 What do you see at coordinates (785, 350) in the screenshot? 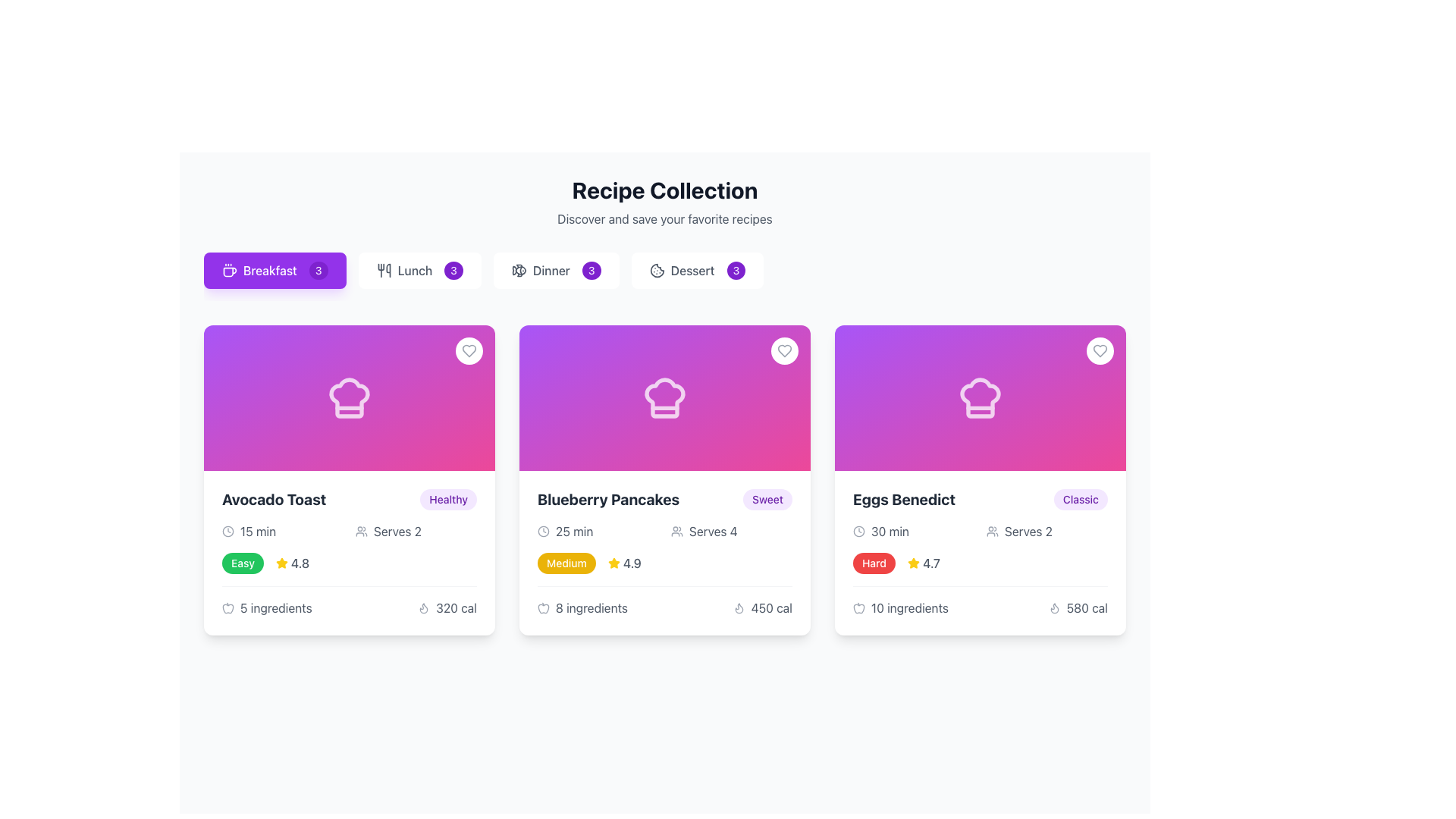
I see `the SVG heart icon located in the top-right corner of the 'Blueberry Pancakes' card to mark it as a favorite` at bounding box center [785, 350].